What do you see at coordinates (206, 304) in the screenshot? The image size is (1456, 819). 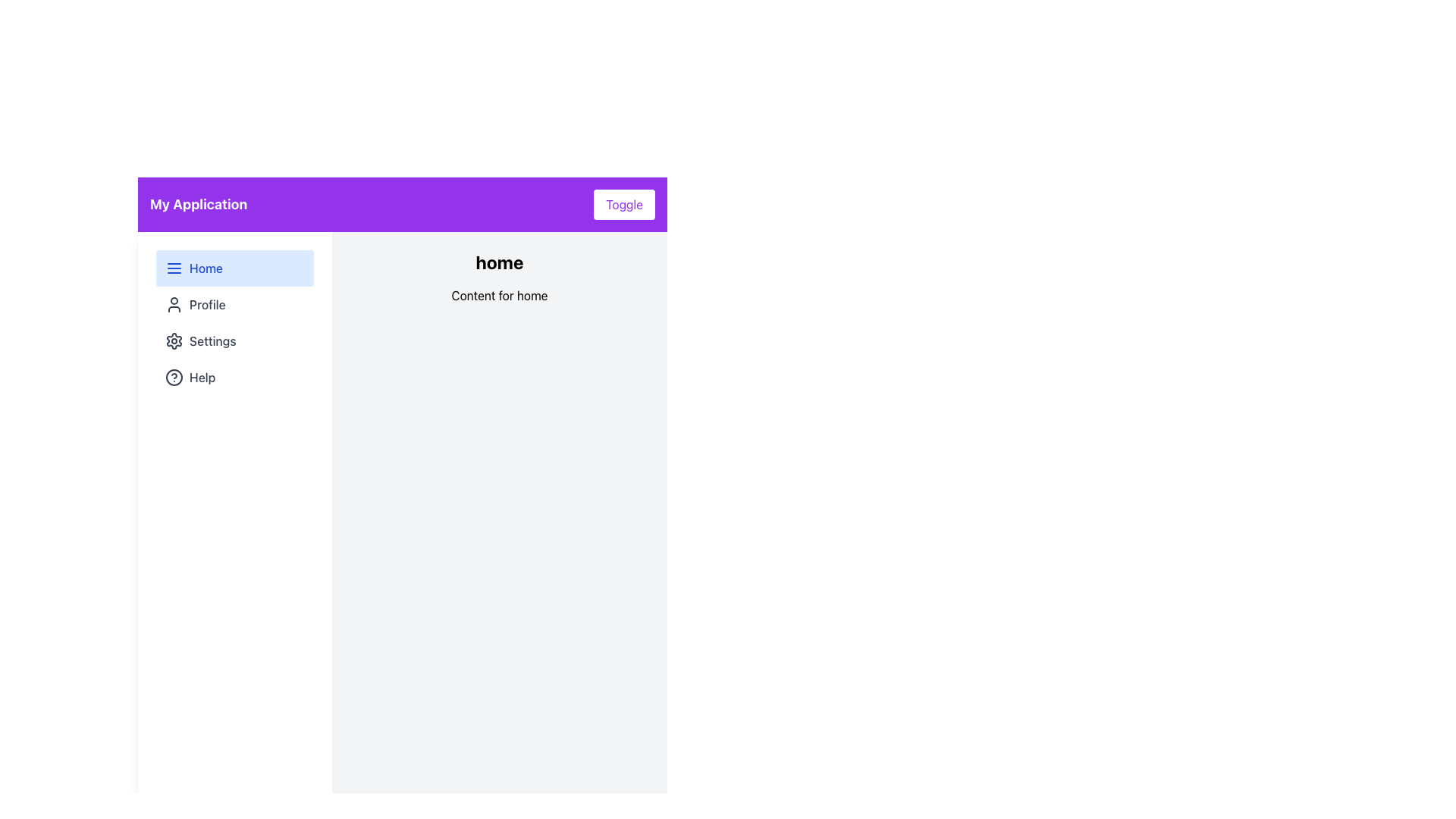 I see `the Text Label in the sidebar that serves as a navigation point to the profile section, located below 'Home' and above 'Settings' and 'Help', aligned with a user profile icon` at bounding box center [206, 304].